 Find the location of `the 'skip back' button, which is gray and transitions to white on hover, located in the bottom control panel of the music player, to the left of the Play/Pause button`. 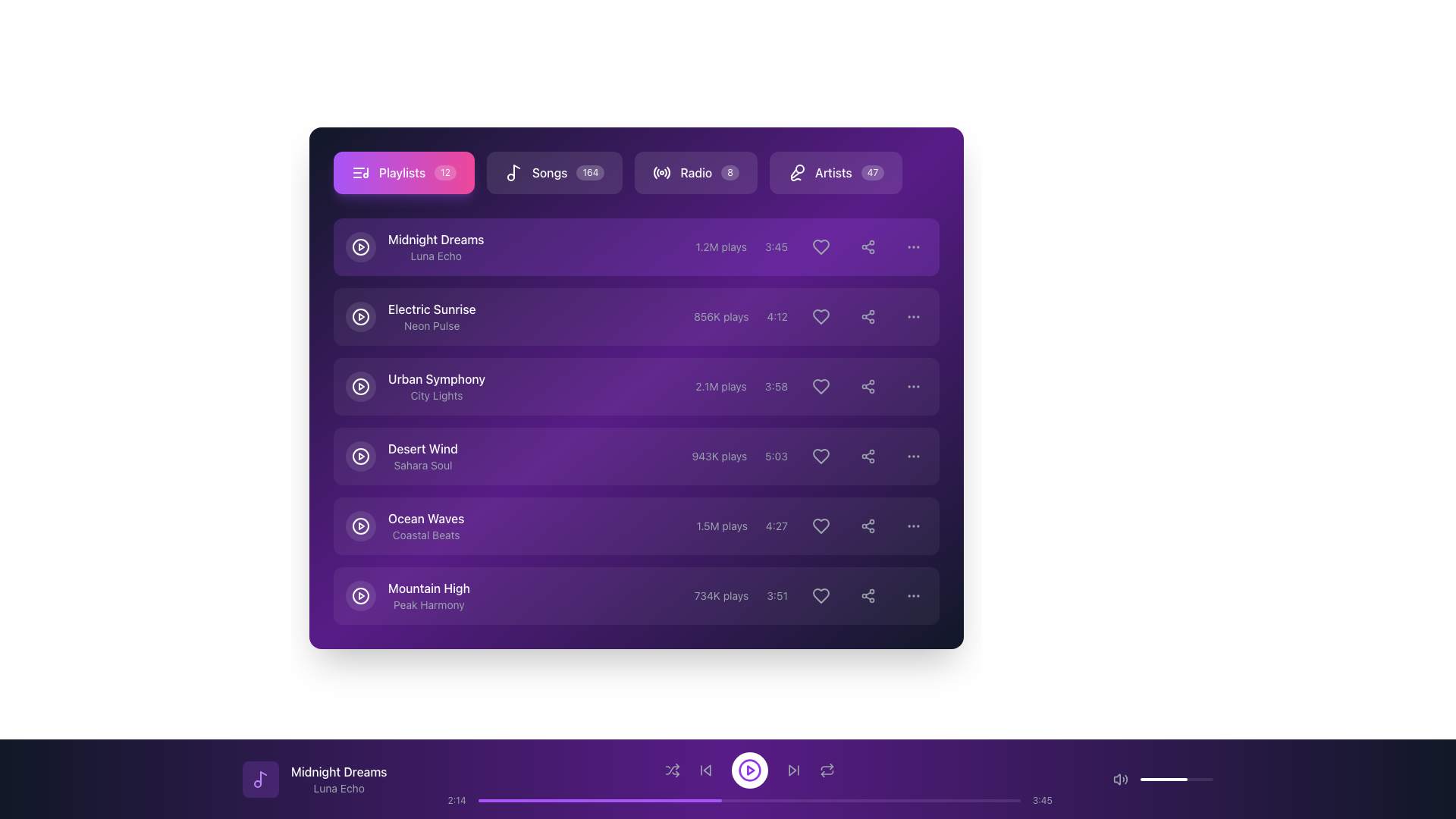

the 'skip back' button, which is gray and transitions to white on hover, located in the bottom control panel of the music player, to the left of the Play/Pause button is located at coordinates (705, 770).